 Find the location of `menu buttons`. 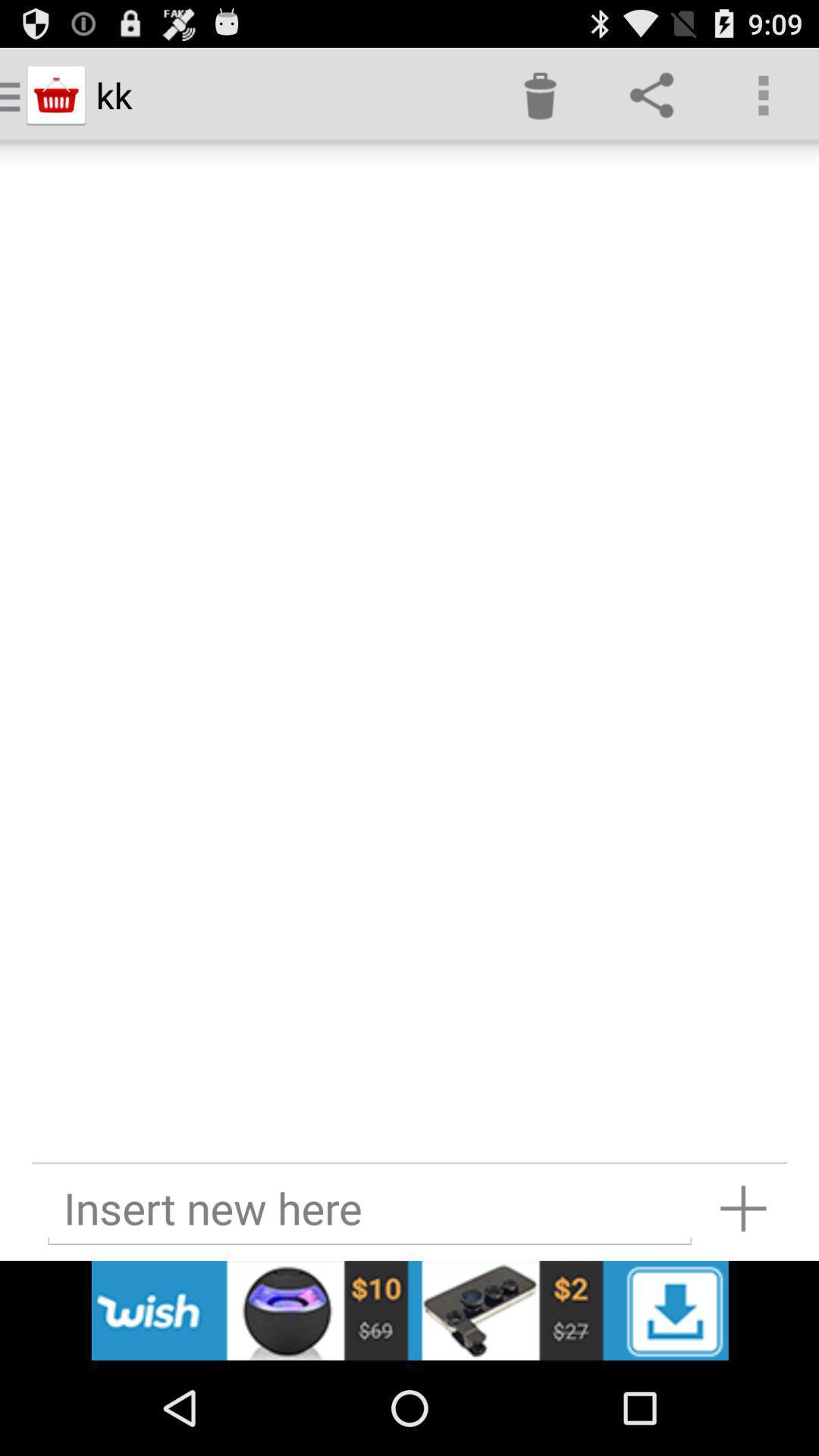

menu buttons is located at coordinates (409, 1310).